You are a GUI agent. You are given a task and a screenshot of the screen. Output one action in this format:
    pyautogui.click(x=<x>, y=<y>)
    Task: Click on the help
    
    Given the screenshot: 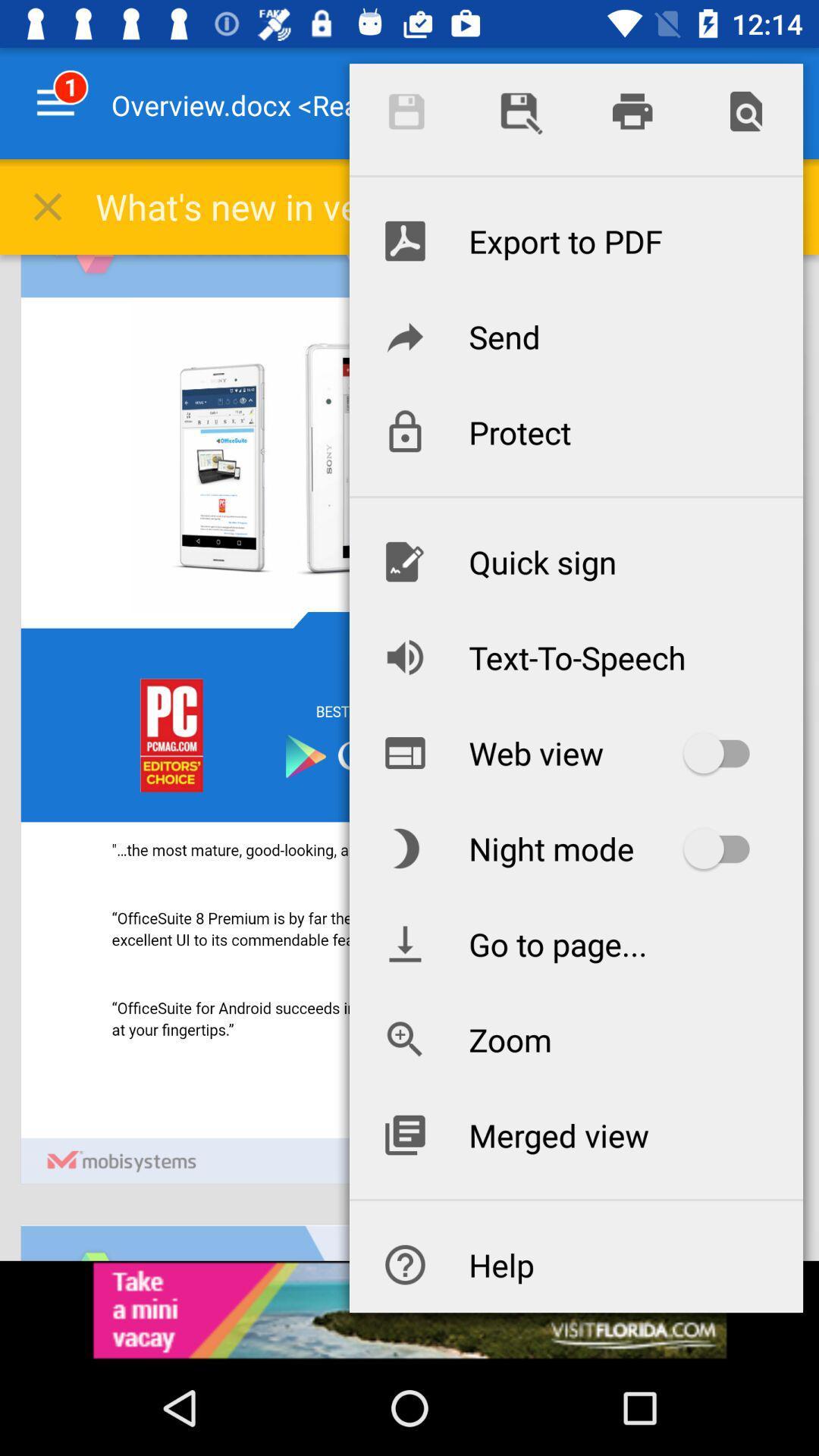 What is the action you would take?
    pyautogui.click(x=576, y=1265)
    